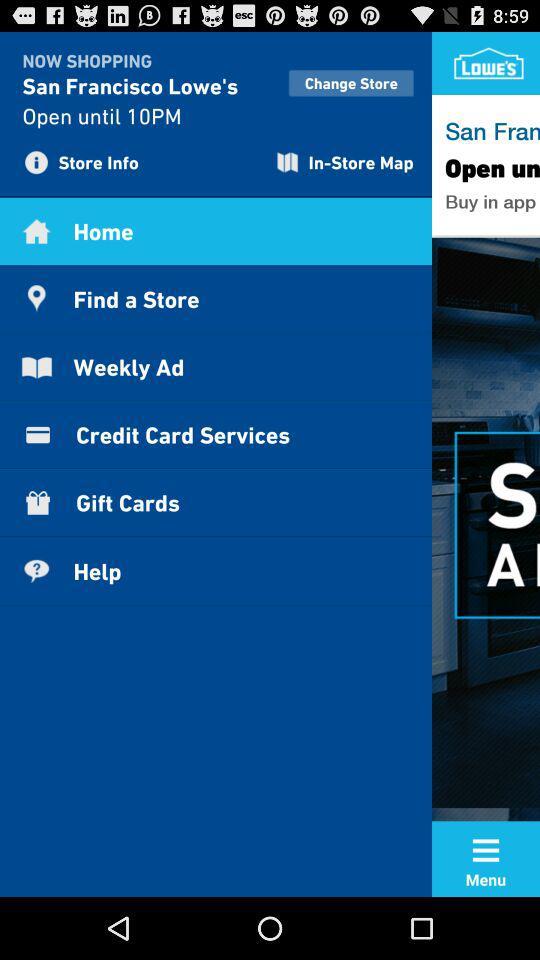  Describe the element at coordinates (42, 161) in the screenshot. I see `information symbol` at that location.